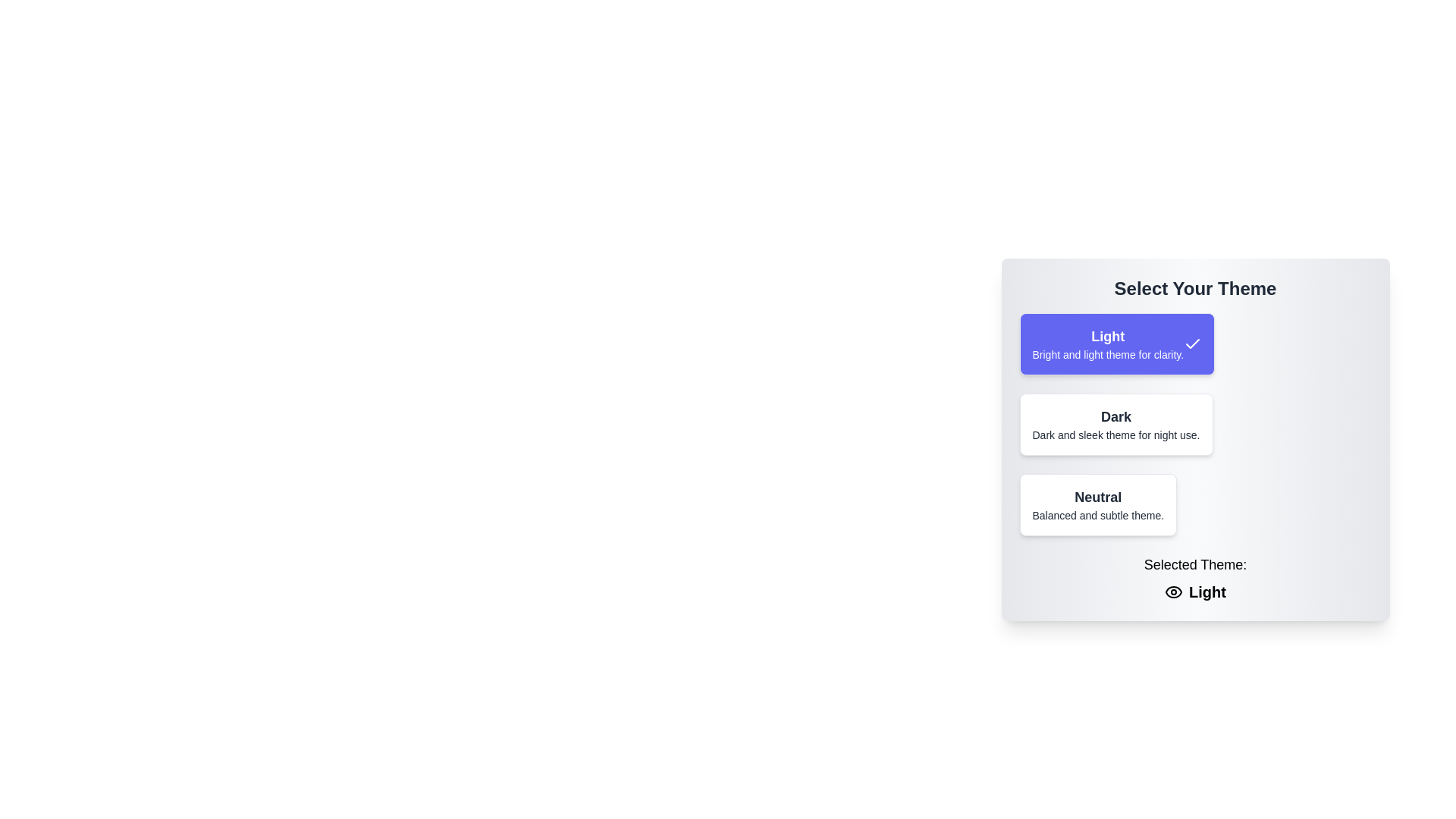  Describe the element at coordinates (1108, 344) in the screenshot. I see `the non-interactive text block that describes the characteristics of the 'Light' theme, located inside the purple rectangular button labeled 'Light'` at that location.